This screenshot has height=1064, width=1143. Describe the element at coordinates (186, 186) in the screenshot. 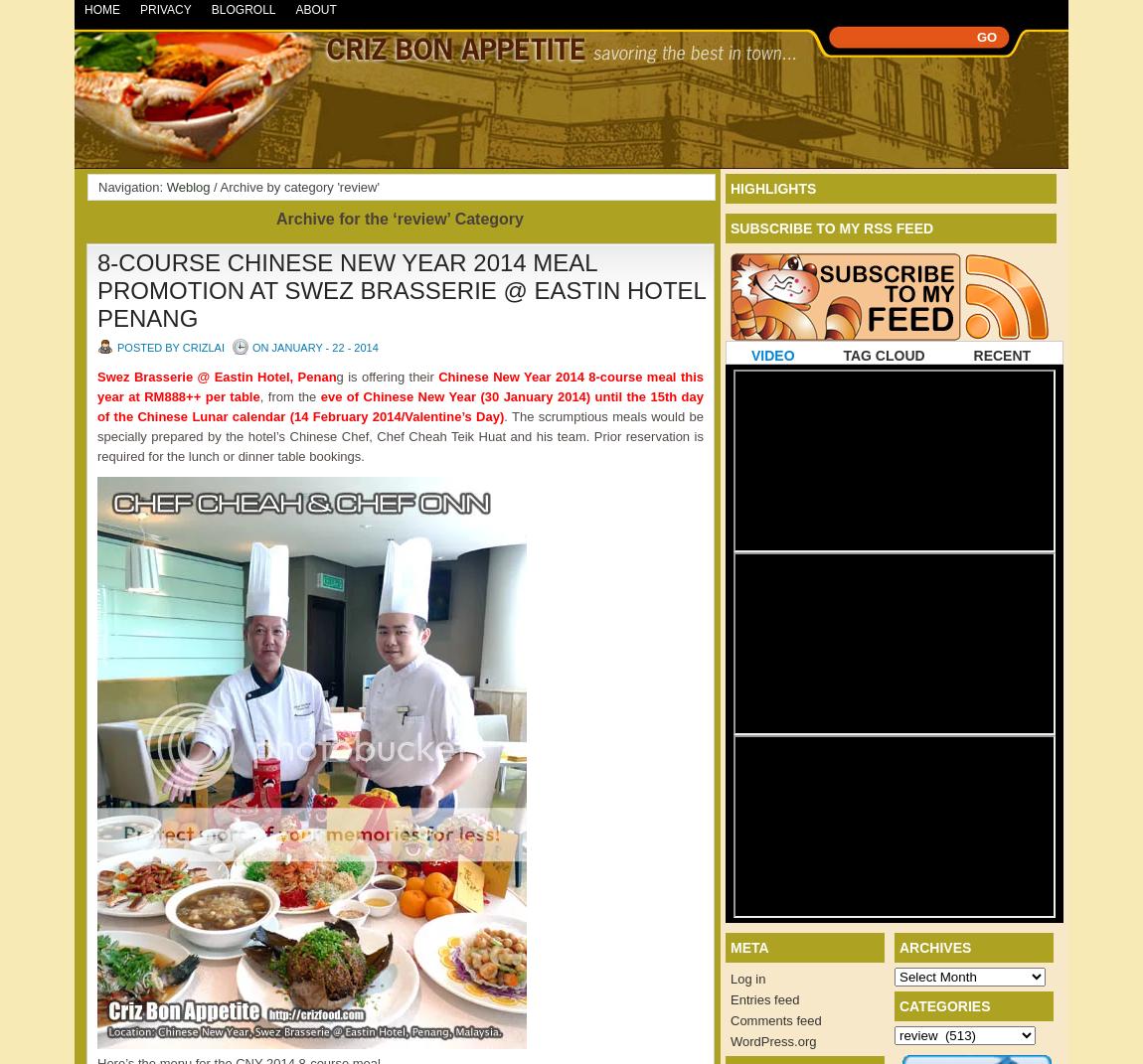

I see `'Weblog'` at that location.